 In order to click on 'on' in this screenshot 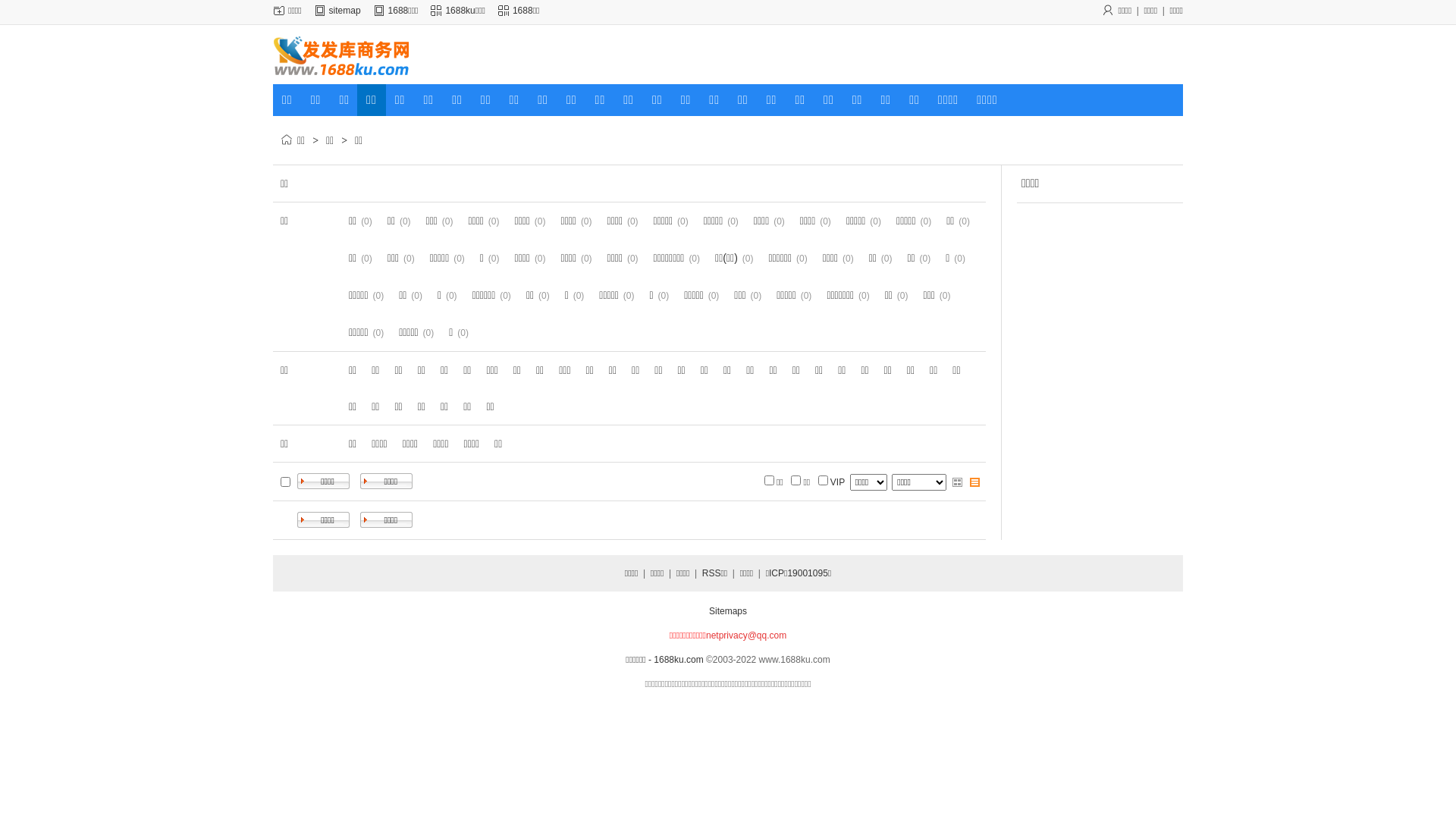, I will do `click(795, 479)`.